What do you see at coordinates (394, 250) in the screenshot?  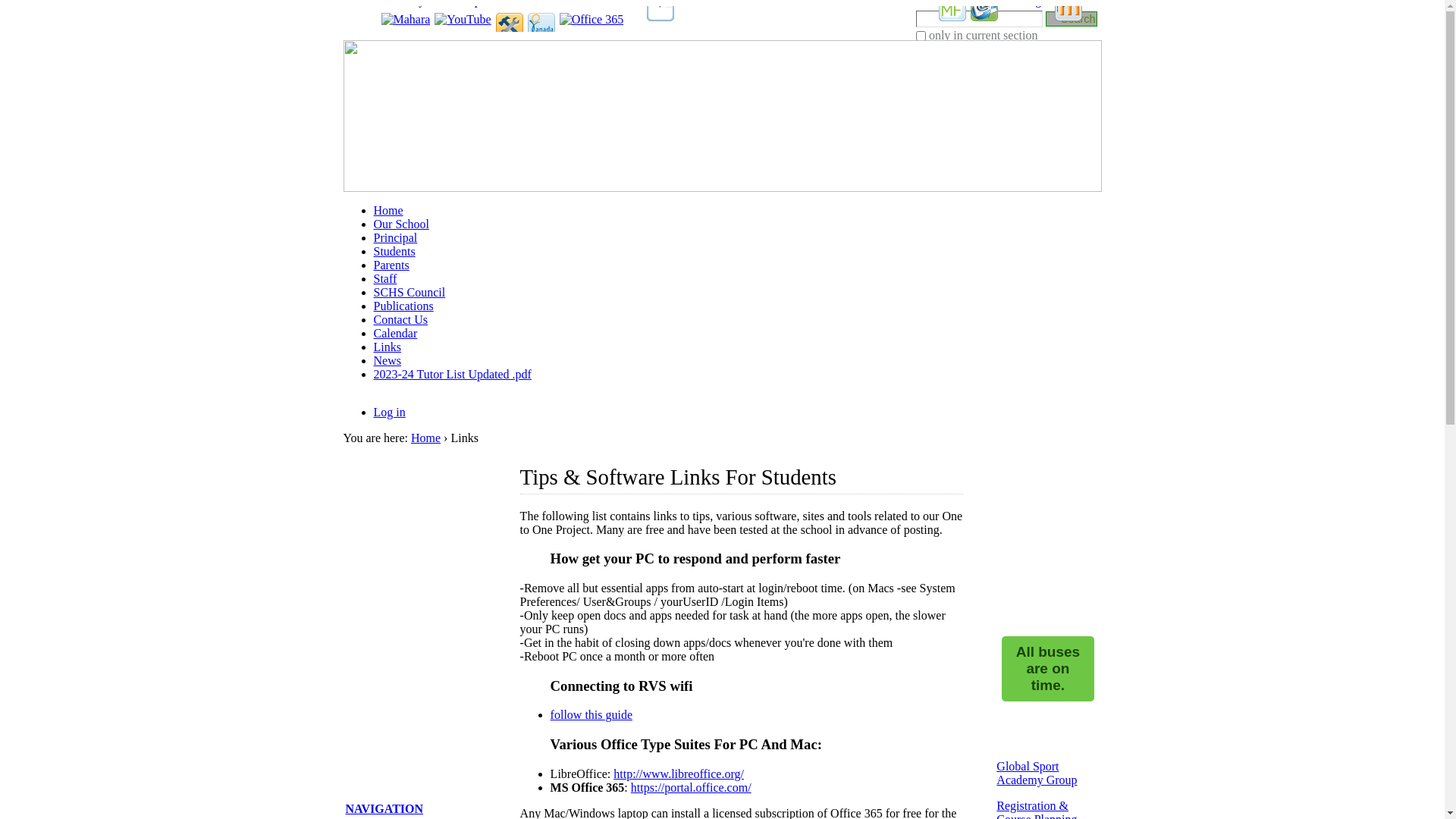 I see `'Students'` at bounding box center [394, 250].